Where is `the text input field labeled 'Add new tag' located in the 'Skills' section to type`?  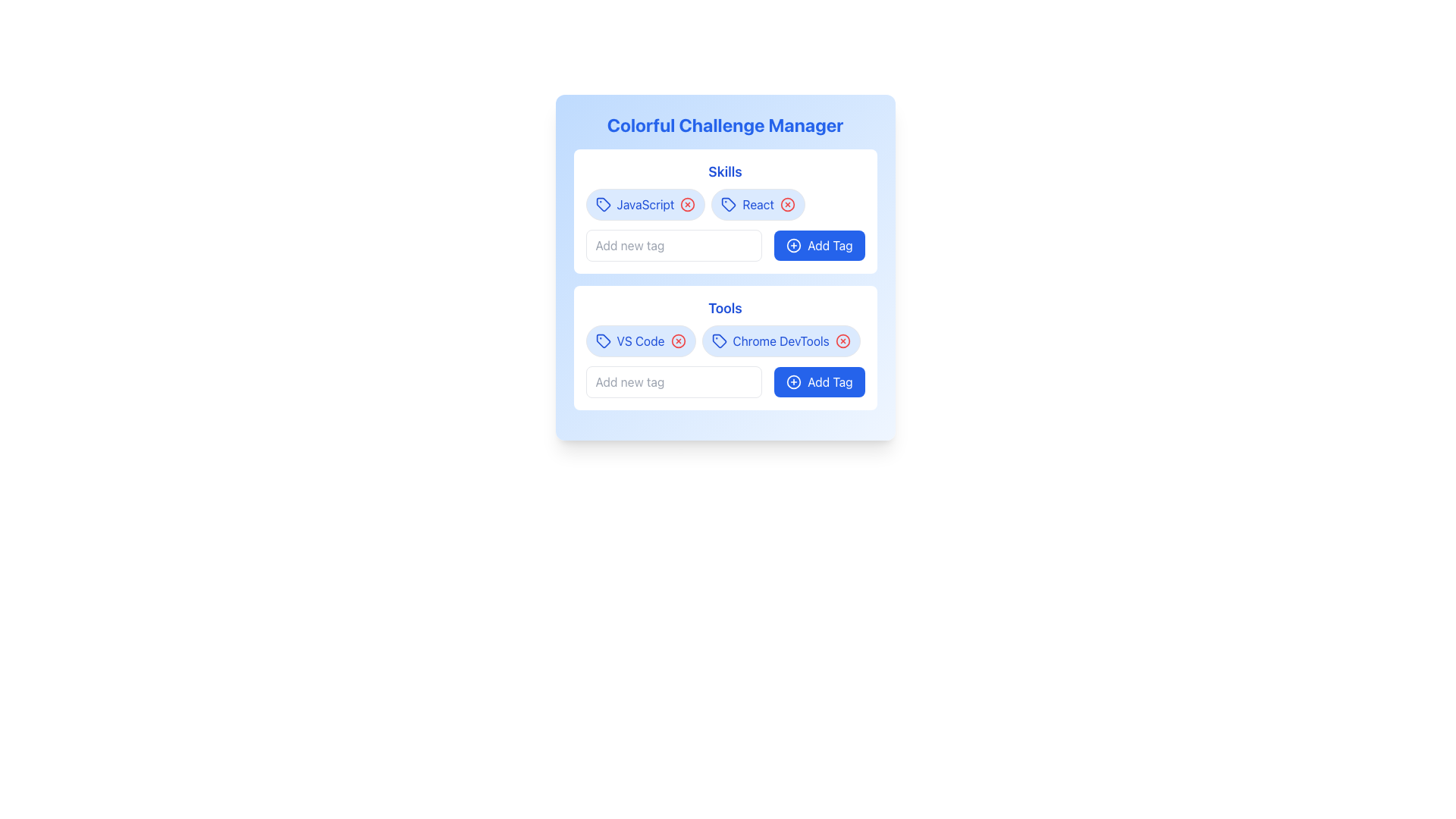 the text input field labeled 'Add new tag' located in the 'Skills' section to type is located at coordinates (724, 245).